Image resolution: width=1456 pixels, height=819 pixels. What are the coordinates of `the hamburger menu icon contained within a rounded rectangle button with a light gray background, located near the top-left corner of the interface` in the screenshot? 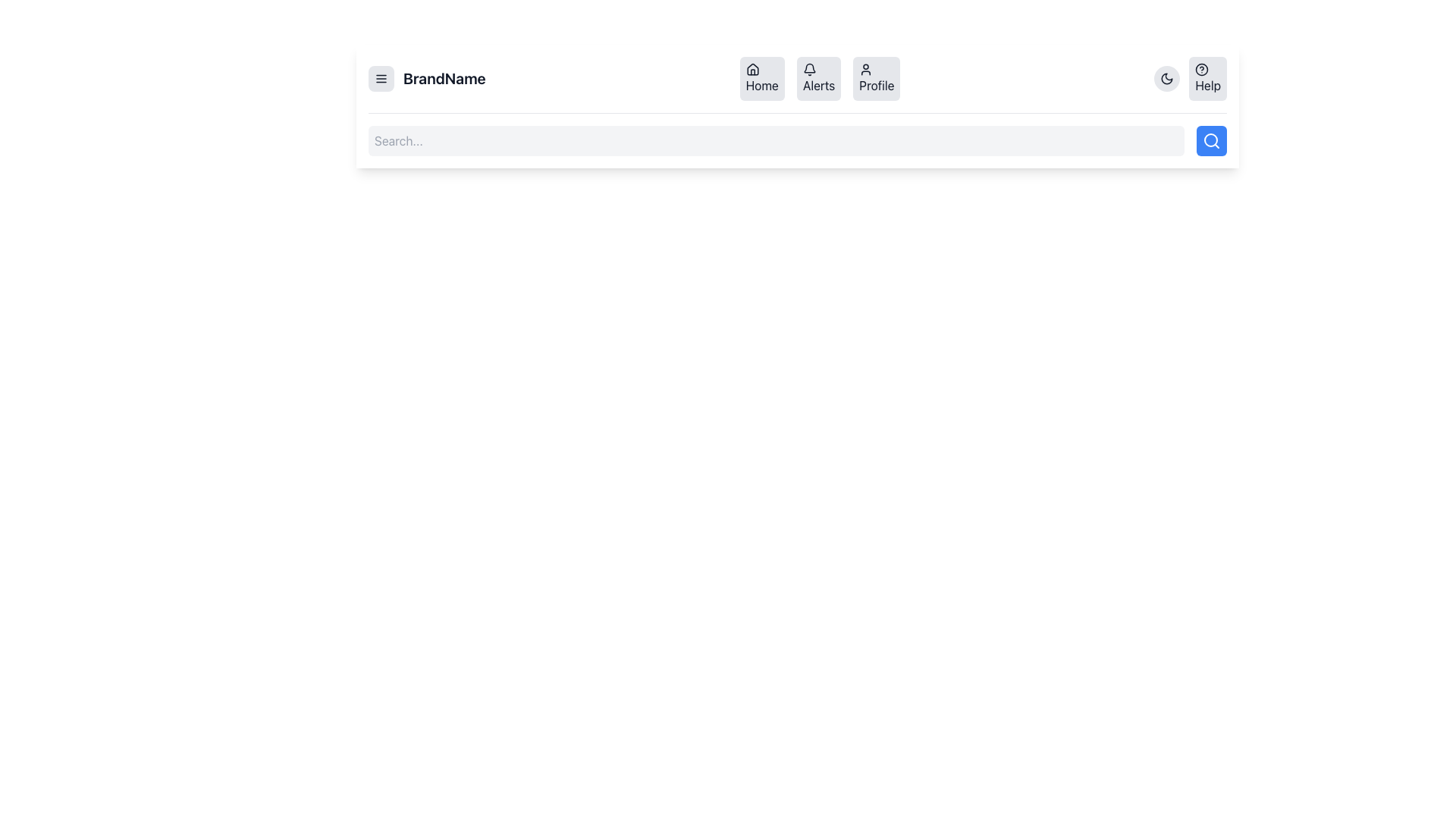 It's located at (381, 79).